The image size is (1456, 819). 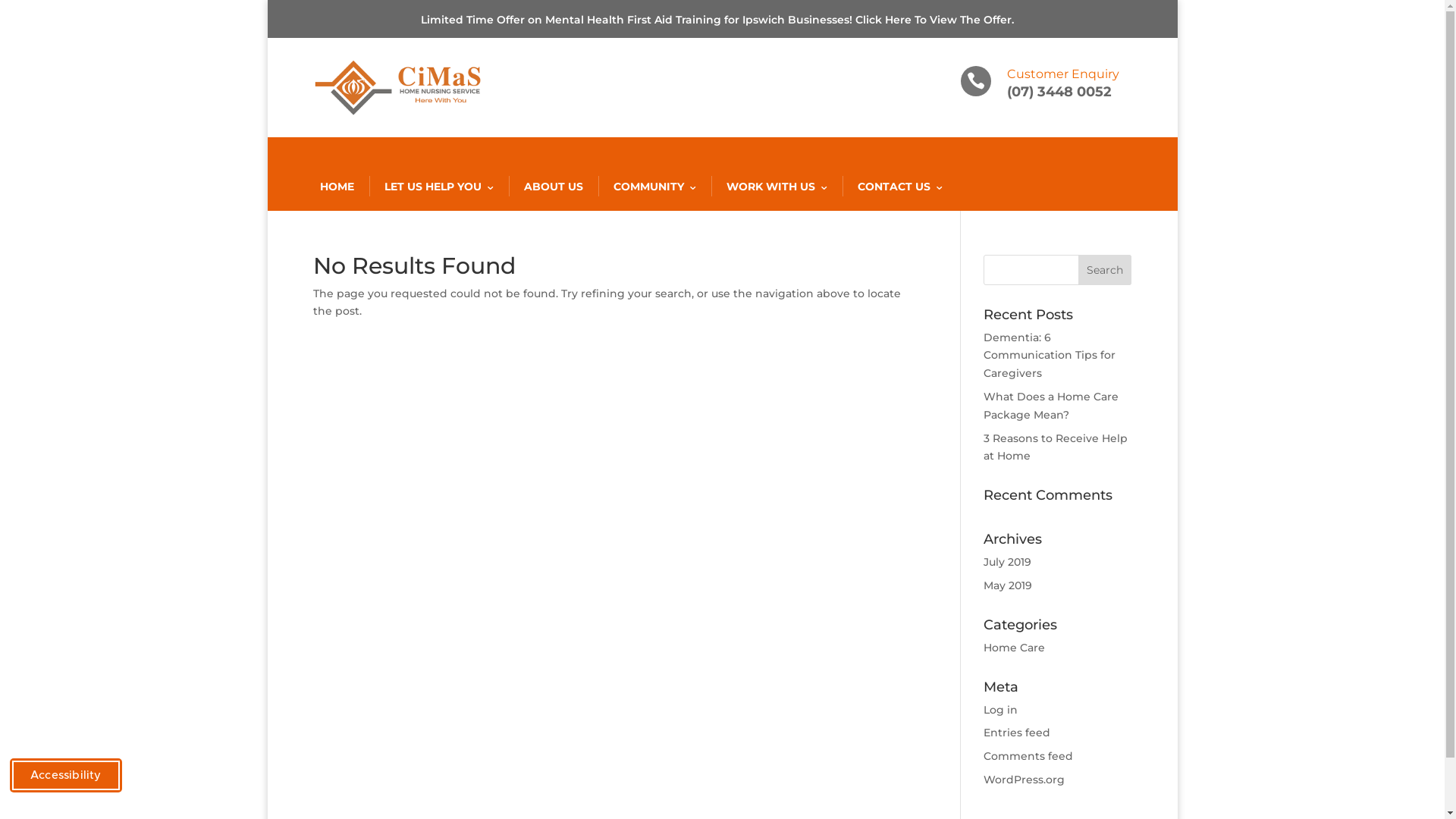 I want to click on 'Entries feed', so click(x=1016, y=731).